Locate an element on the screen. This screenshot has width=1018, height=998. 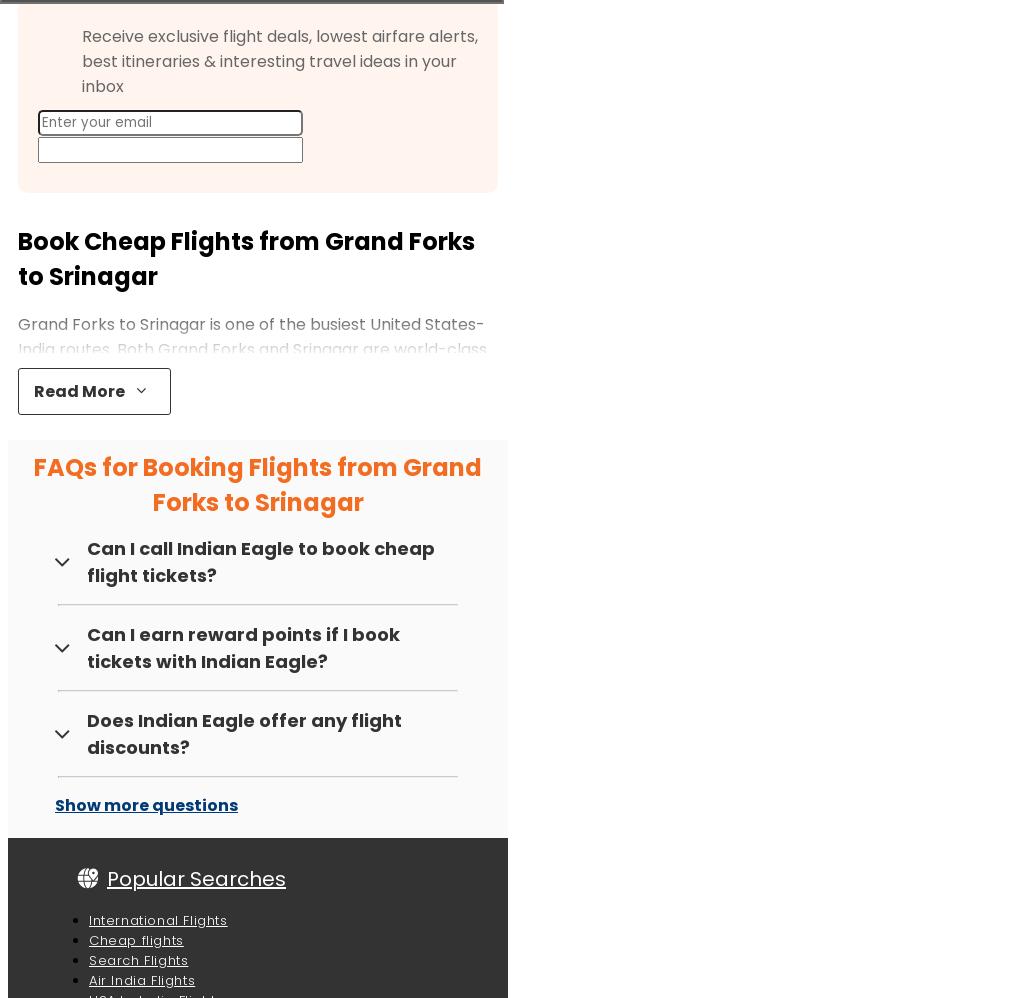
'Read More' is located at coordinates (79, 389).